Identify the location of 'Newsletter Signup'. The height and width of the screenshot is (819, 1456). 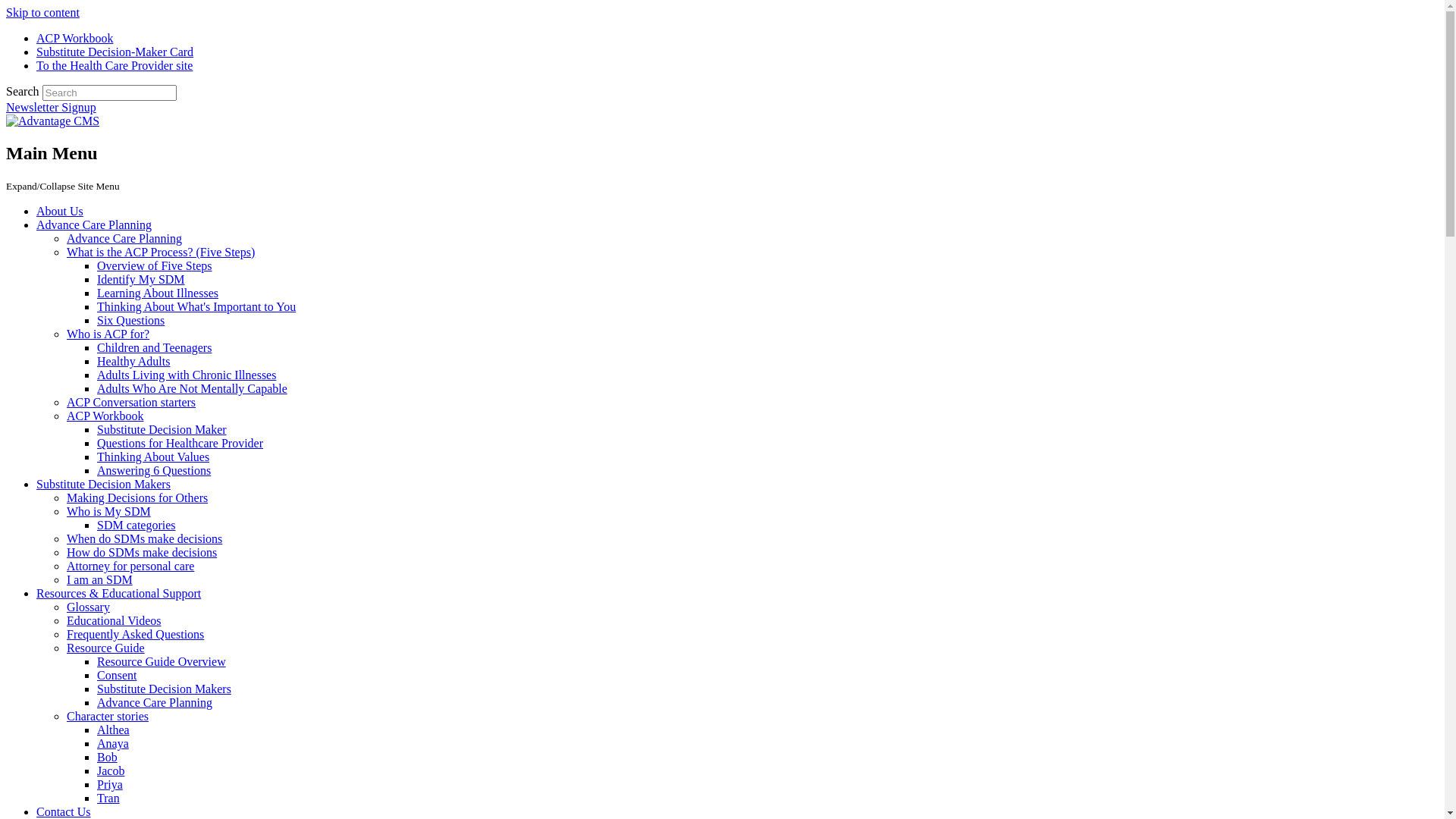
(51, 106).